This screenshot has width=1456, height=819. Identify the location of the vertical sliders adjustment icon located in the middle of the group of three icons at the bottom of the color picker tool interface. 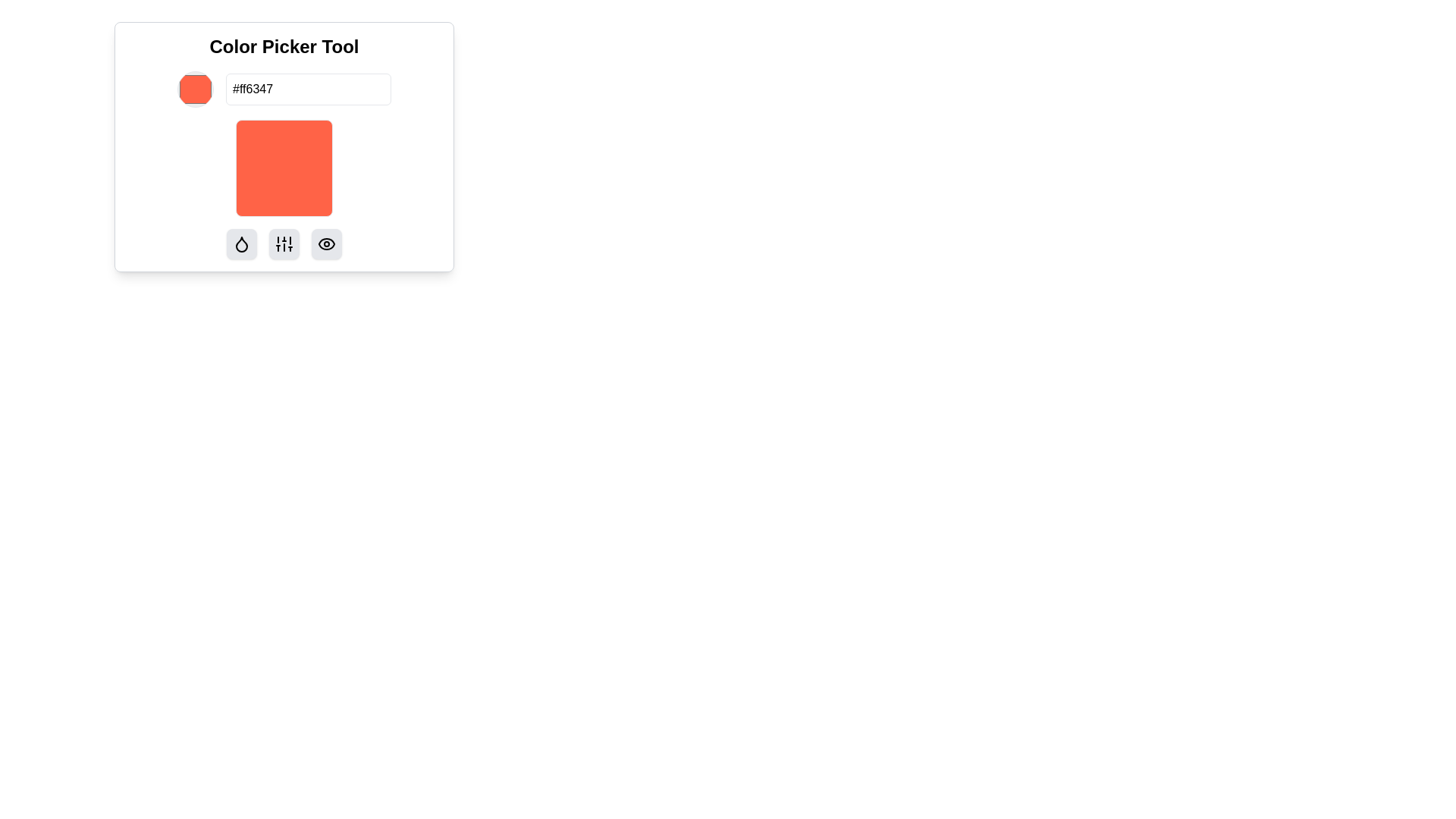
(284, 243).